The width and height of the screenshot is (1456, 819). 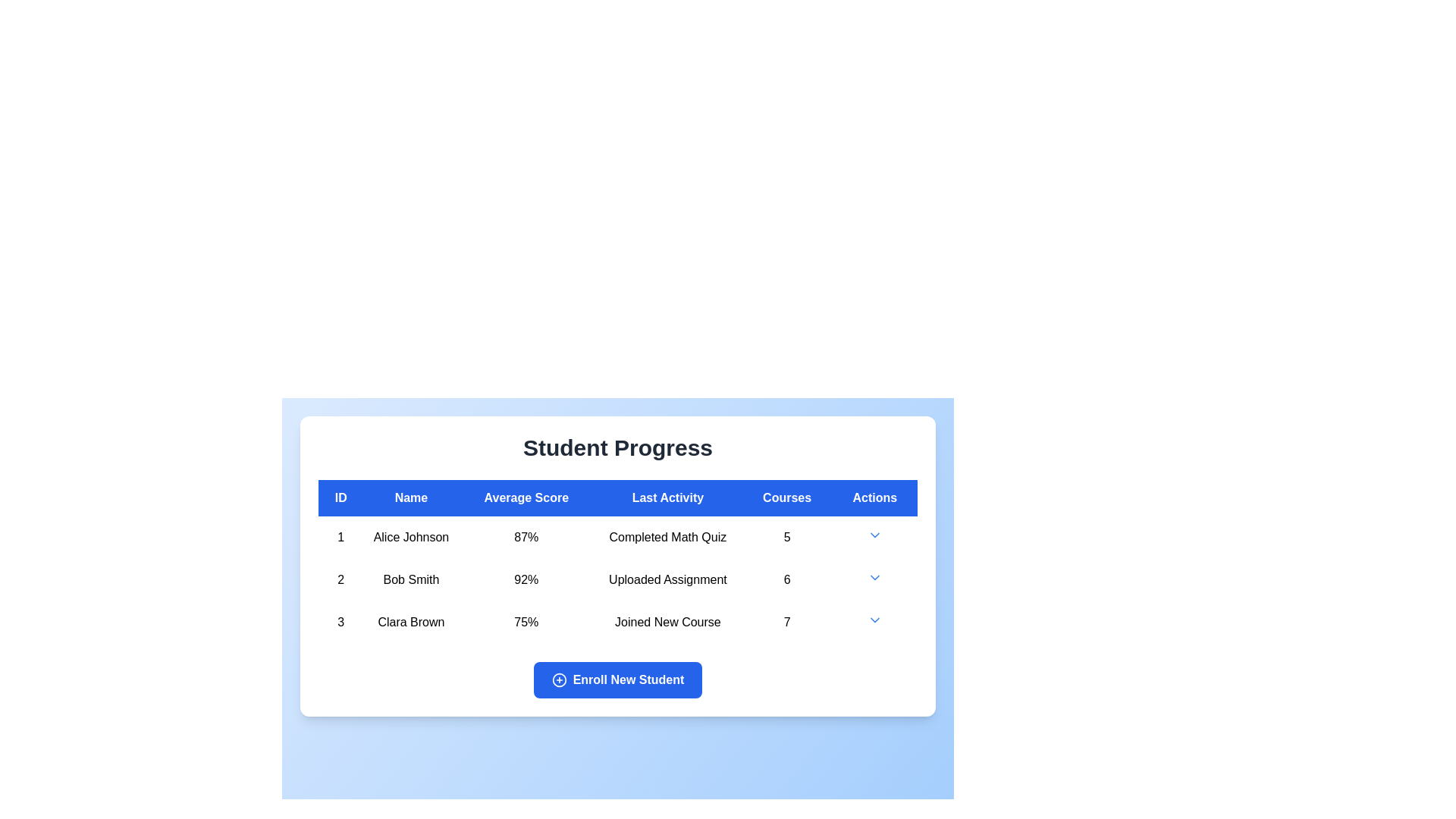 What do you see at coordinates (874, 620) in the screenshot?
I see `the downward-facing chevron icon in the 'Actions' column of the last row in the 'Student Progress' table` at bounding box center [874, 620].